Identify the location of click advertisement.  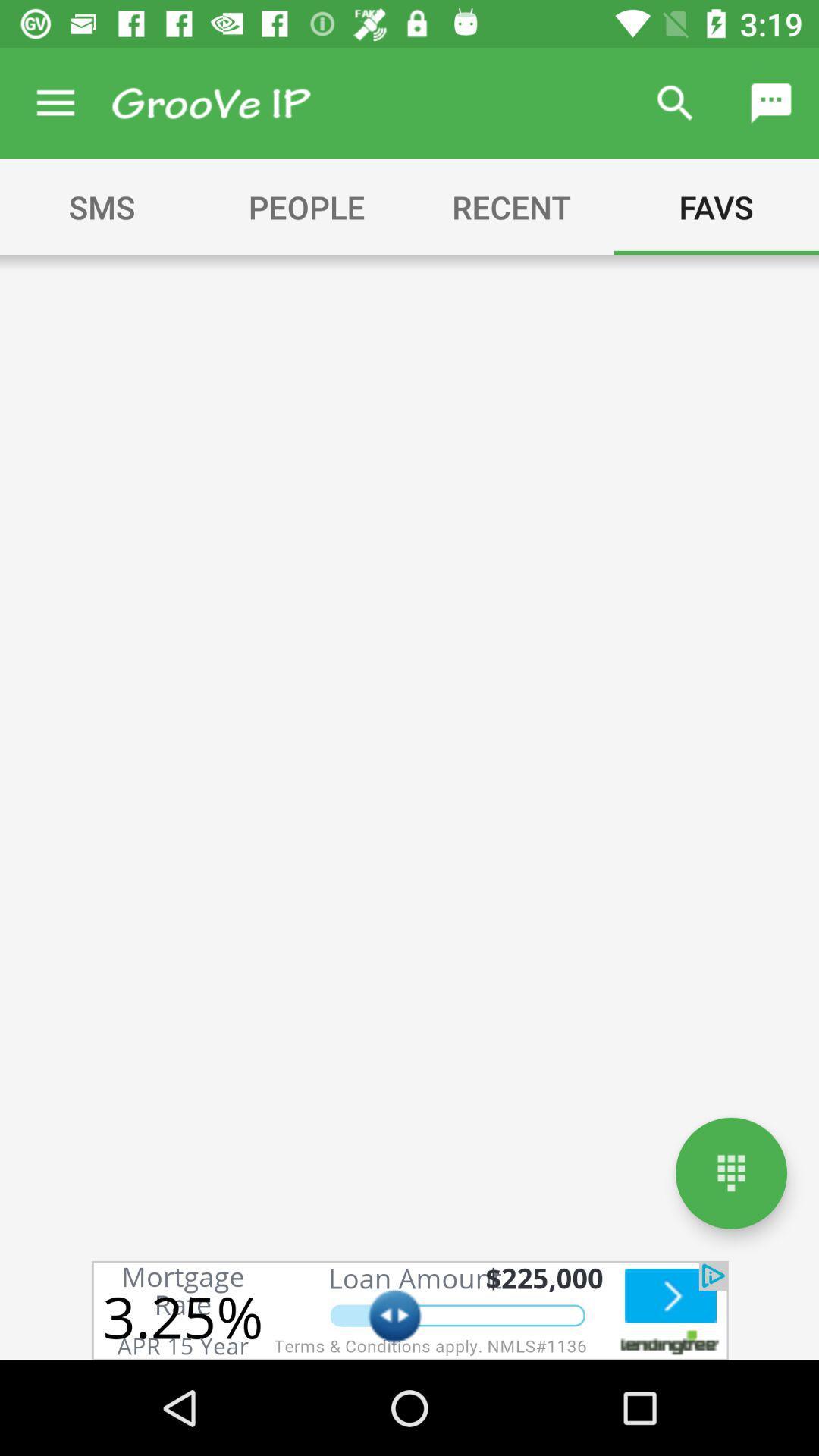
(409, 1310).